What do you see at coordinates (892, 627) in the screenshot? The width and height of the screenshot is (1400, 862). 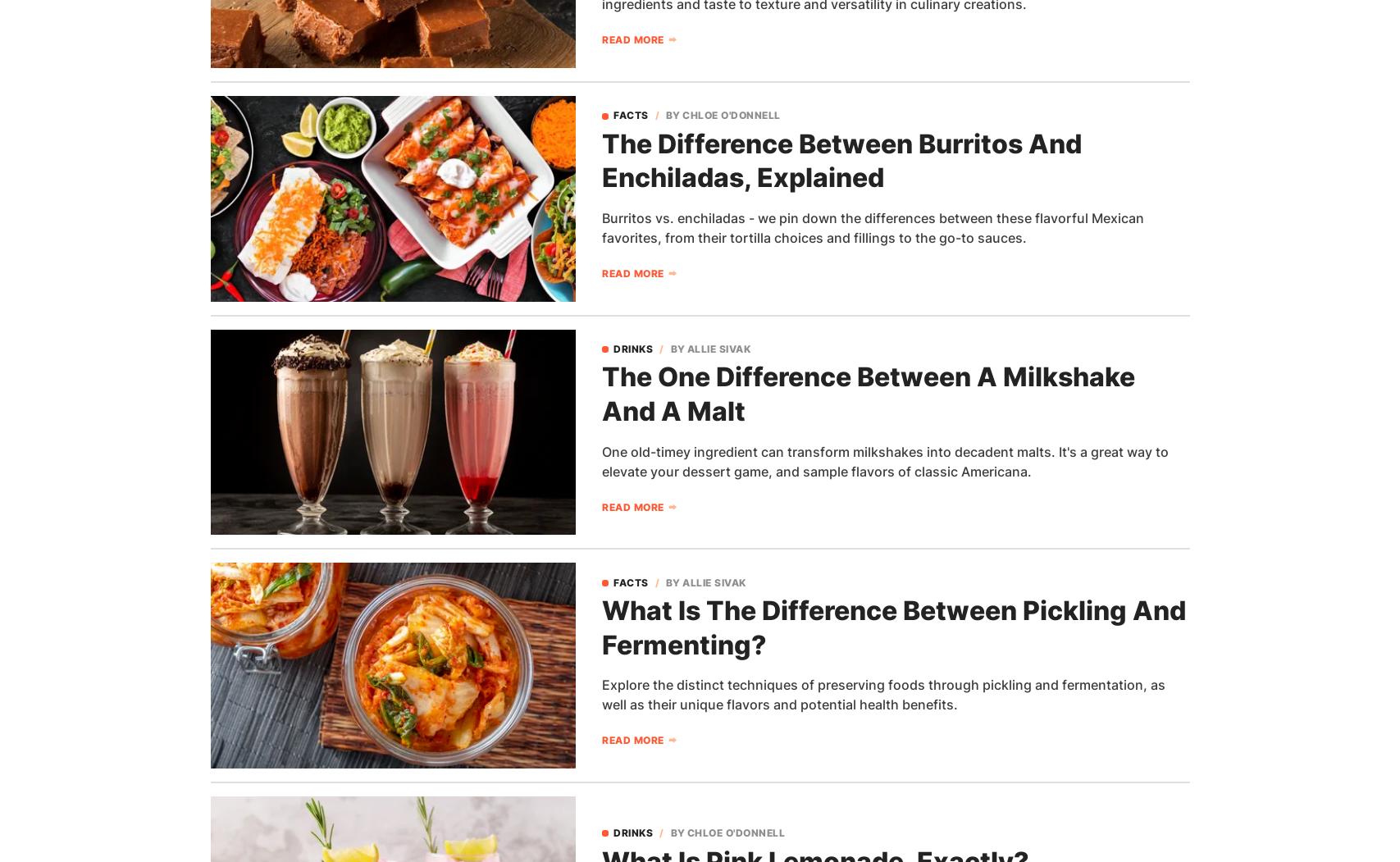 I see `'What Is The Difference Between Pickling And Fermenting?'` at bounding box center [892, 627].